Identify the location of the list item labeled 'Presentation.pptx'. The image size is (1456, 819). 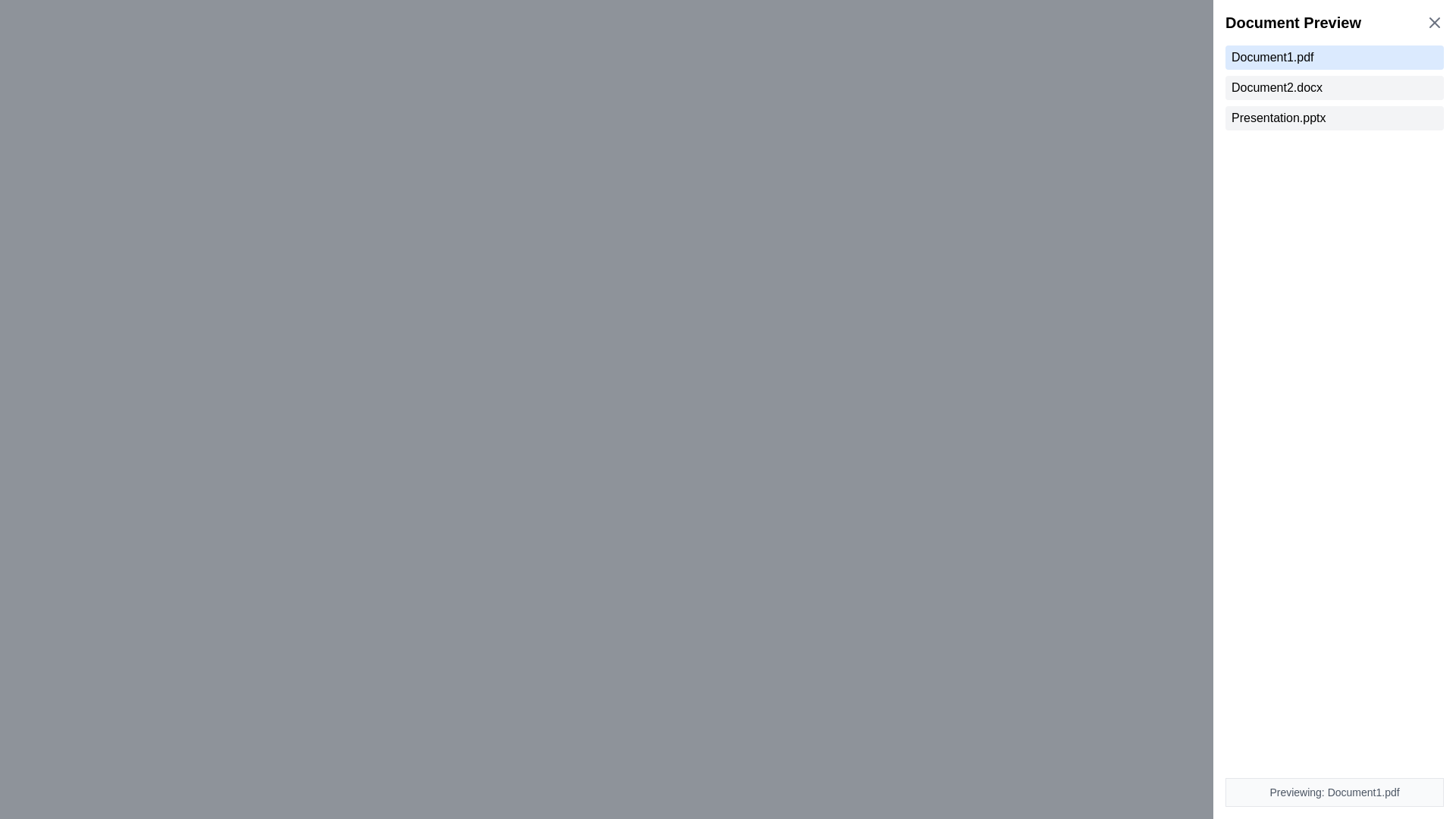
(1335, 117).